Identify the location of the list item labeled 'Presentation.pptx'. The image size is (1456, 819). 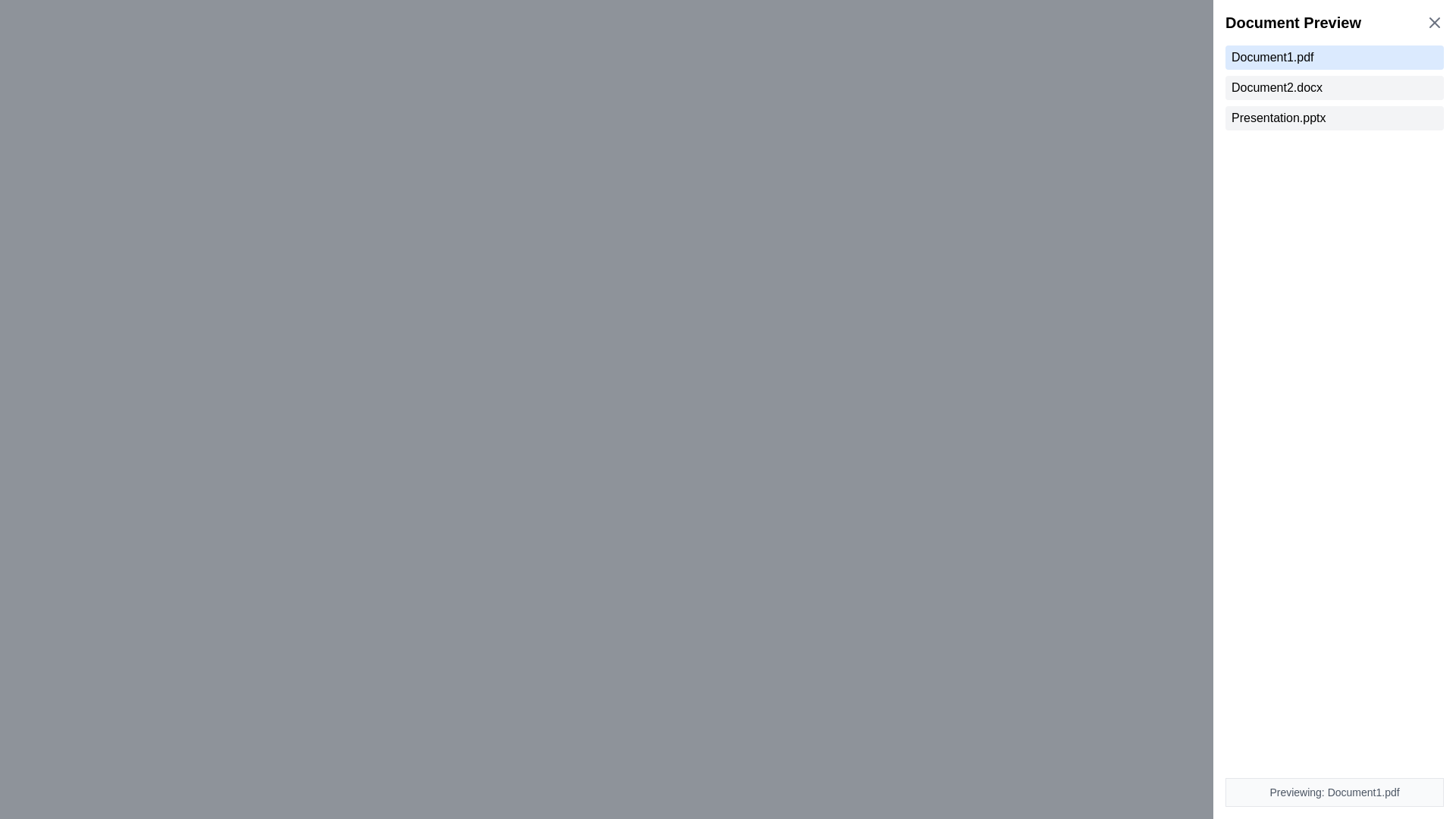
(1335, 117).